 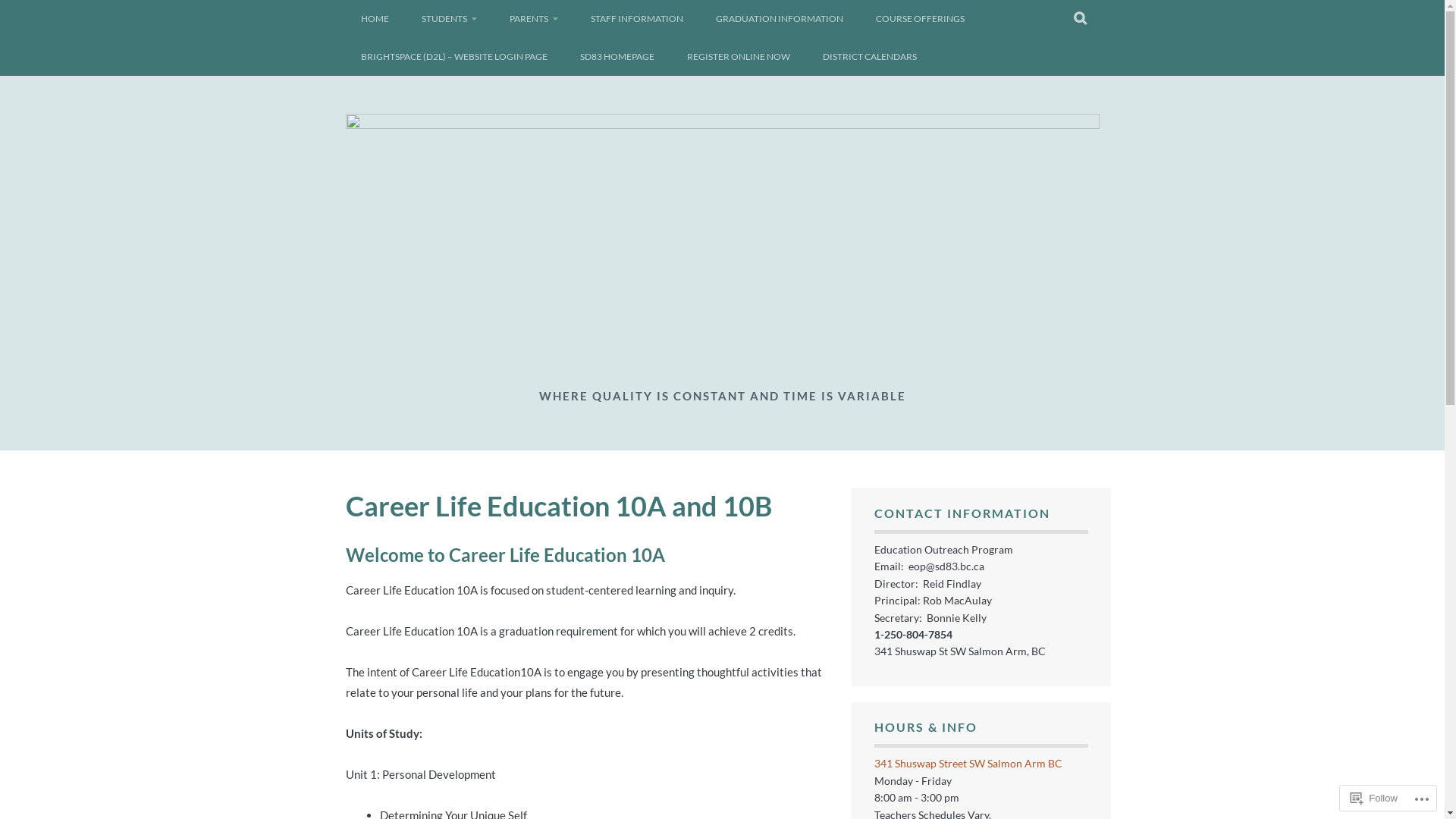 What do you see at coordinates (869, 55) in the screenshot?
I see `'DISTRICT CALENDARS'` at bounding box center [869, 55].